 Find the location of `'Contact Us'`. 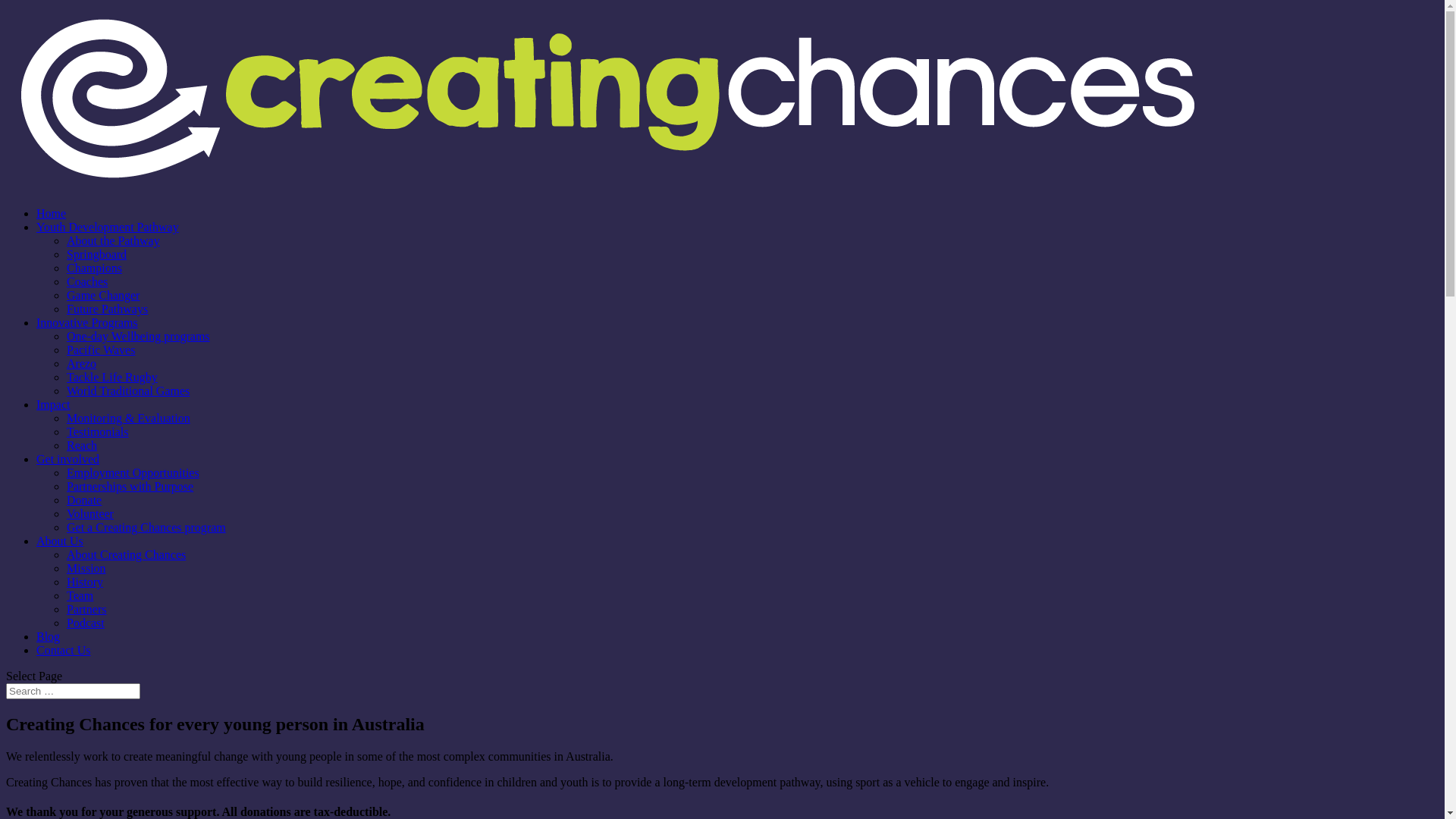

'Contact Us' is located at coordinates (62, 649).